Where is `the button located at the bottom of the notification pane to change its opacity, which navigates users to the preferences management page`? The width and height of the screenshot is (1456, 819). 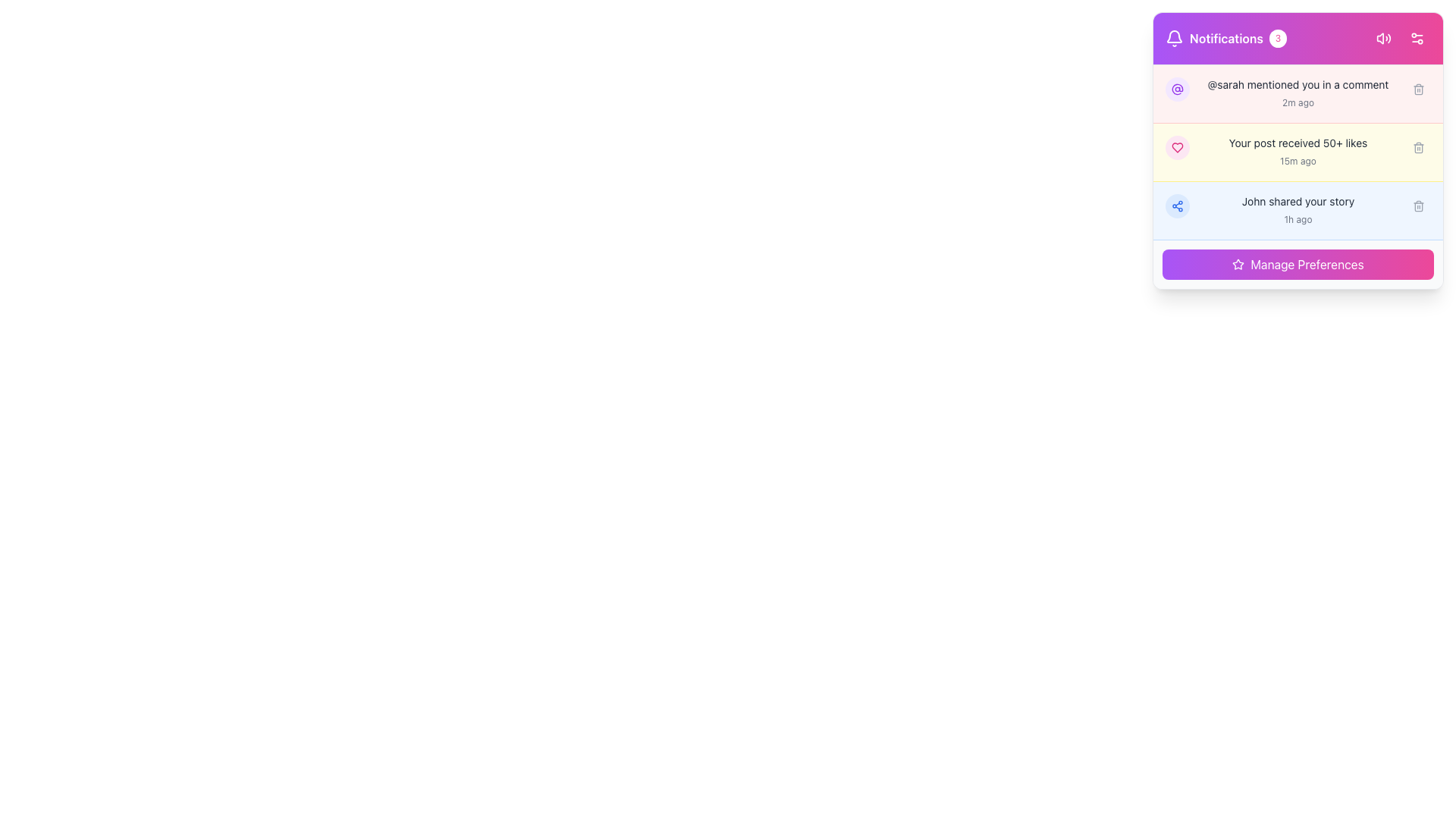
the button located at the bottom of the notification pane to change its opacity, which navigates users to the preferences management page is located at coordinates (1298, 263).